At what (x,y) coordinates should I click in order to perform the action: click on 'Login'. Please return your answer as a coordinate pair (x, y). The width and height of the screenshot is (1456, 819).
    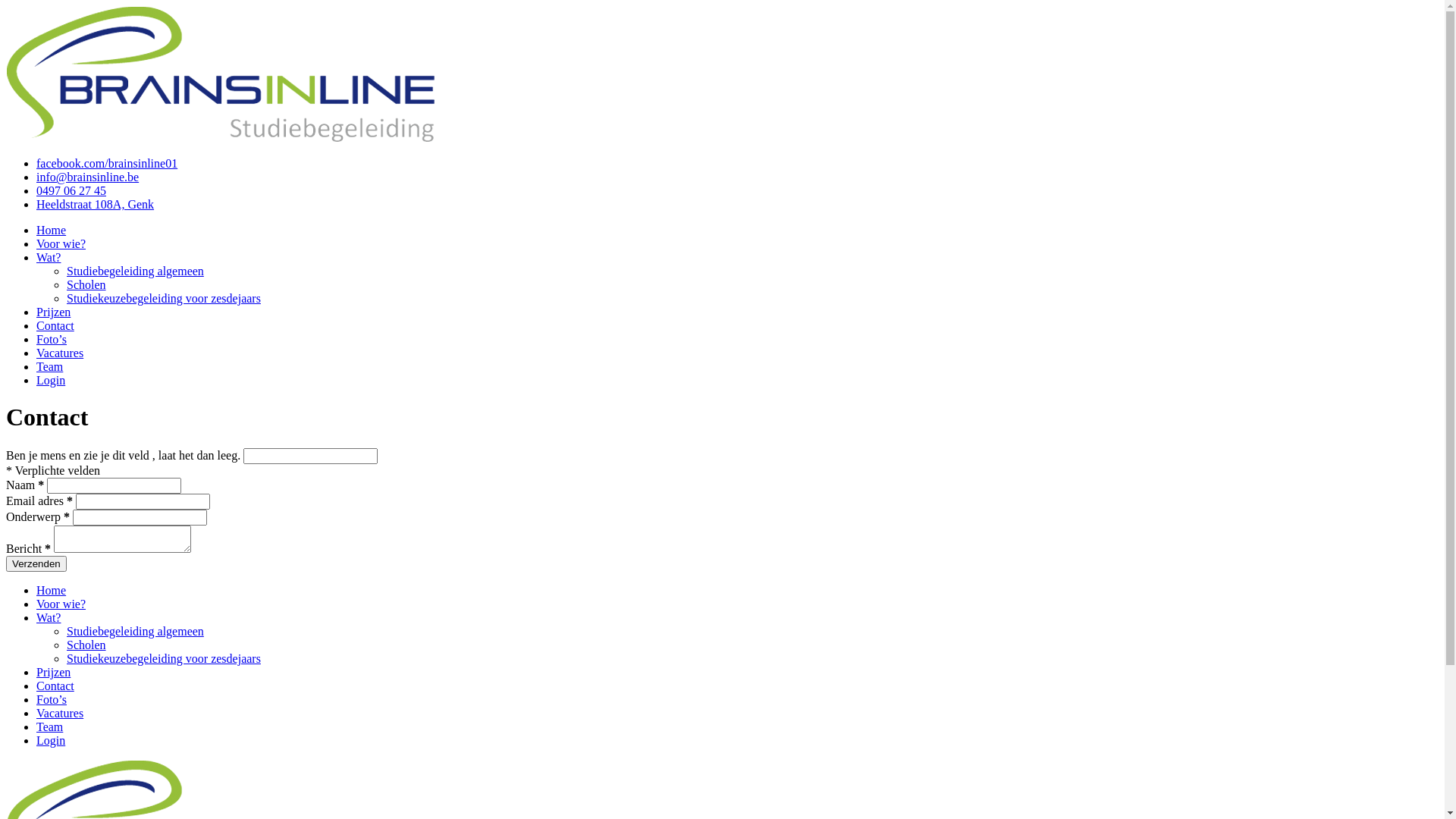
    Looking at the image, I should click on (51, 739).